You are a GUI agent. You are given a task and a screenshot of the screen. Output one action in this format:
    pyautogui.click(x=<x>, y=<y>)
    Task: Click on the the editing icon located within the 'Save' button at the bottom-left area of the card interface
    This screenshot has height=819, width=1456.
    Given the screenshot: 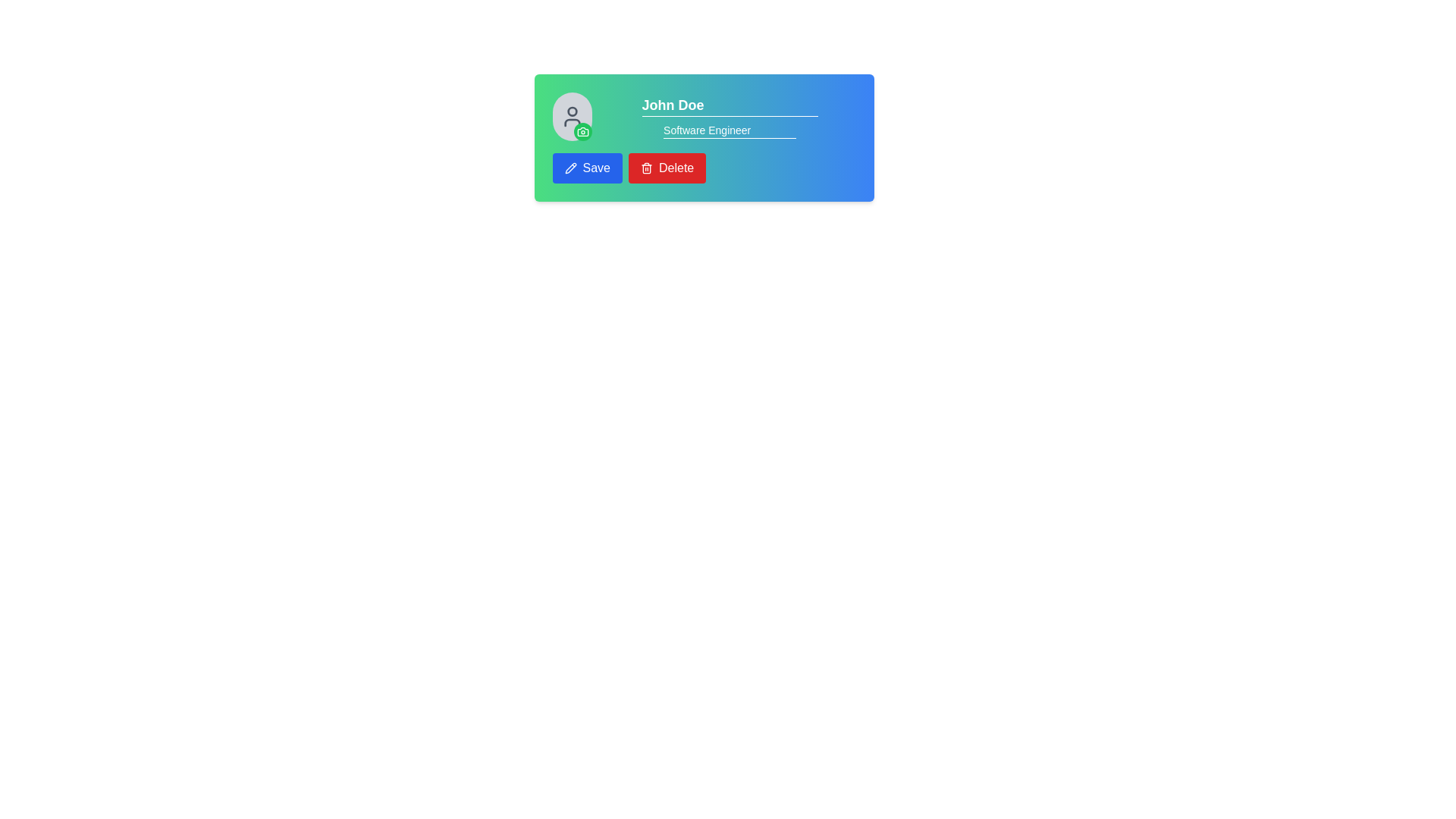 What is the action you would take?
    pyautogui.click(x=570, y=168)
    